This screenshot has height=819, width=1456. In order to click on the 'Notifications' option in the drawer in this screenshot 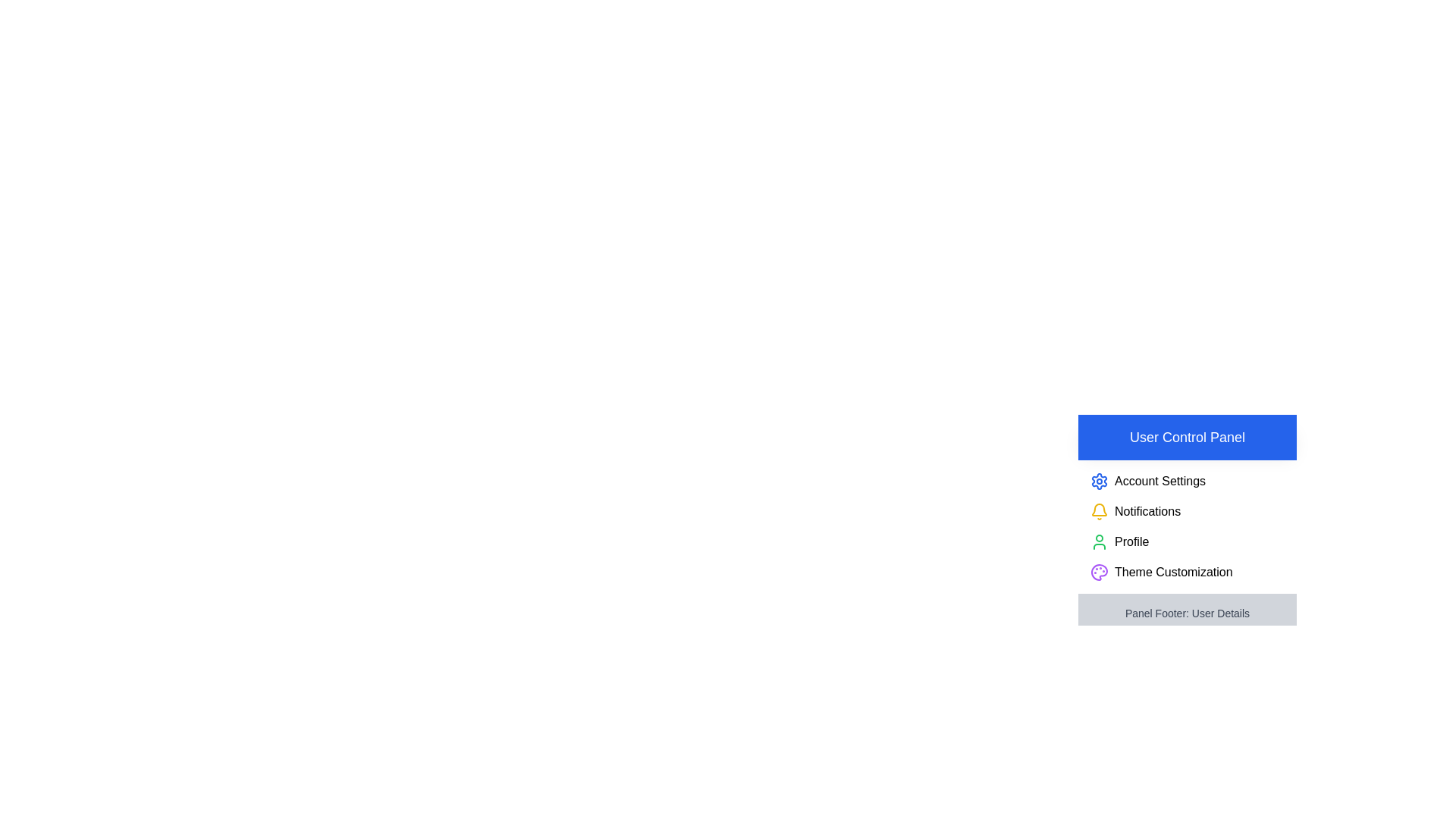, I will do `click(1186, 512)`.